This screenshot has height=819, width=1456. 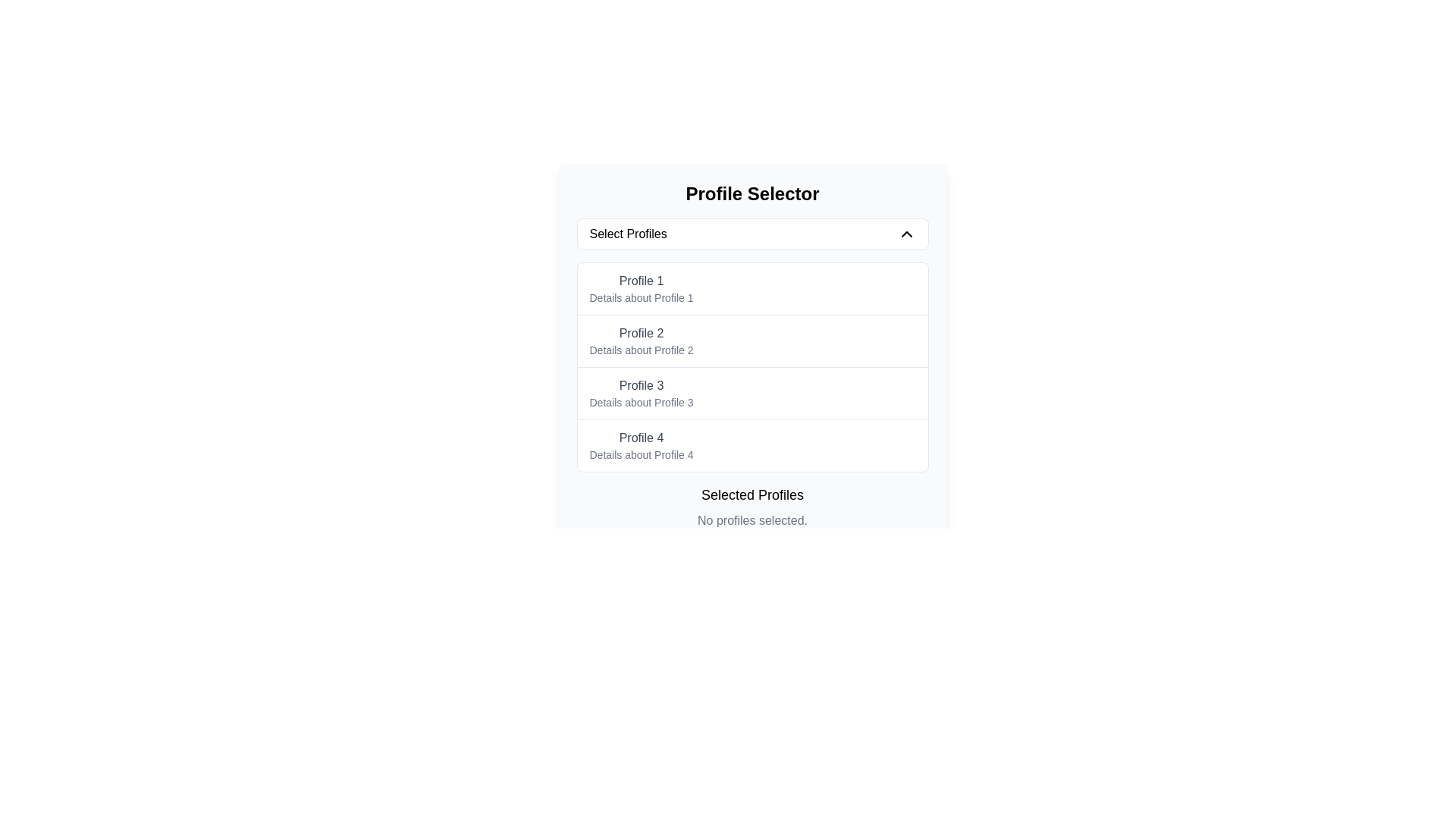 I want to click on text label saying 'Details about Profile 4' located below the 'Profile 4' label in the fourth row of the profile list, so click(x=641, y=454).